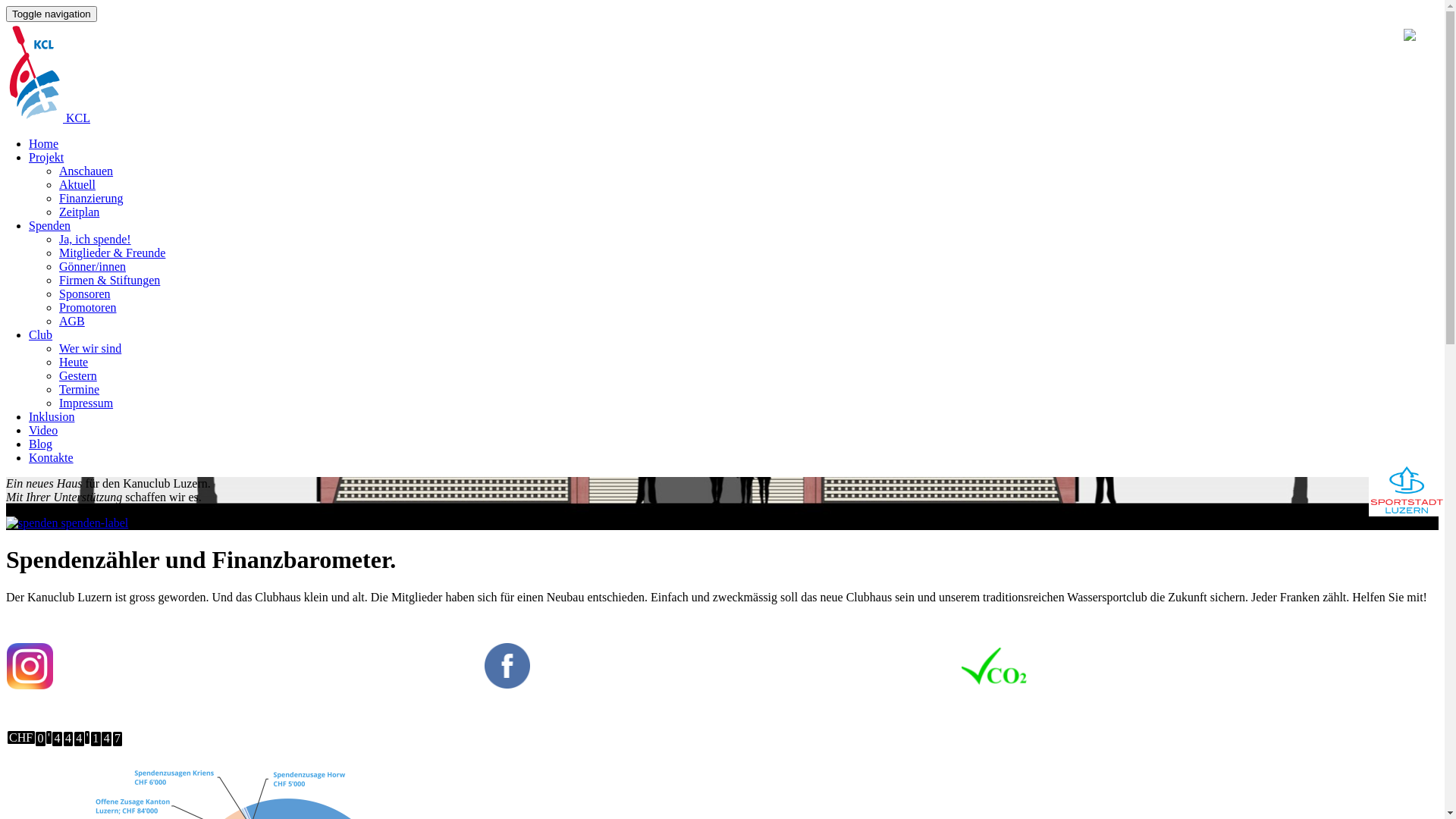  What do you see at coordinates (29, 457) in the screenshot?
I see `'Kontakte'` at bounding box center [29, 457].